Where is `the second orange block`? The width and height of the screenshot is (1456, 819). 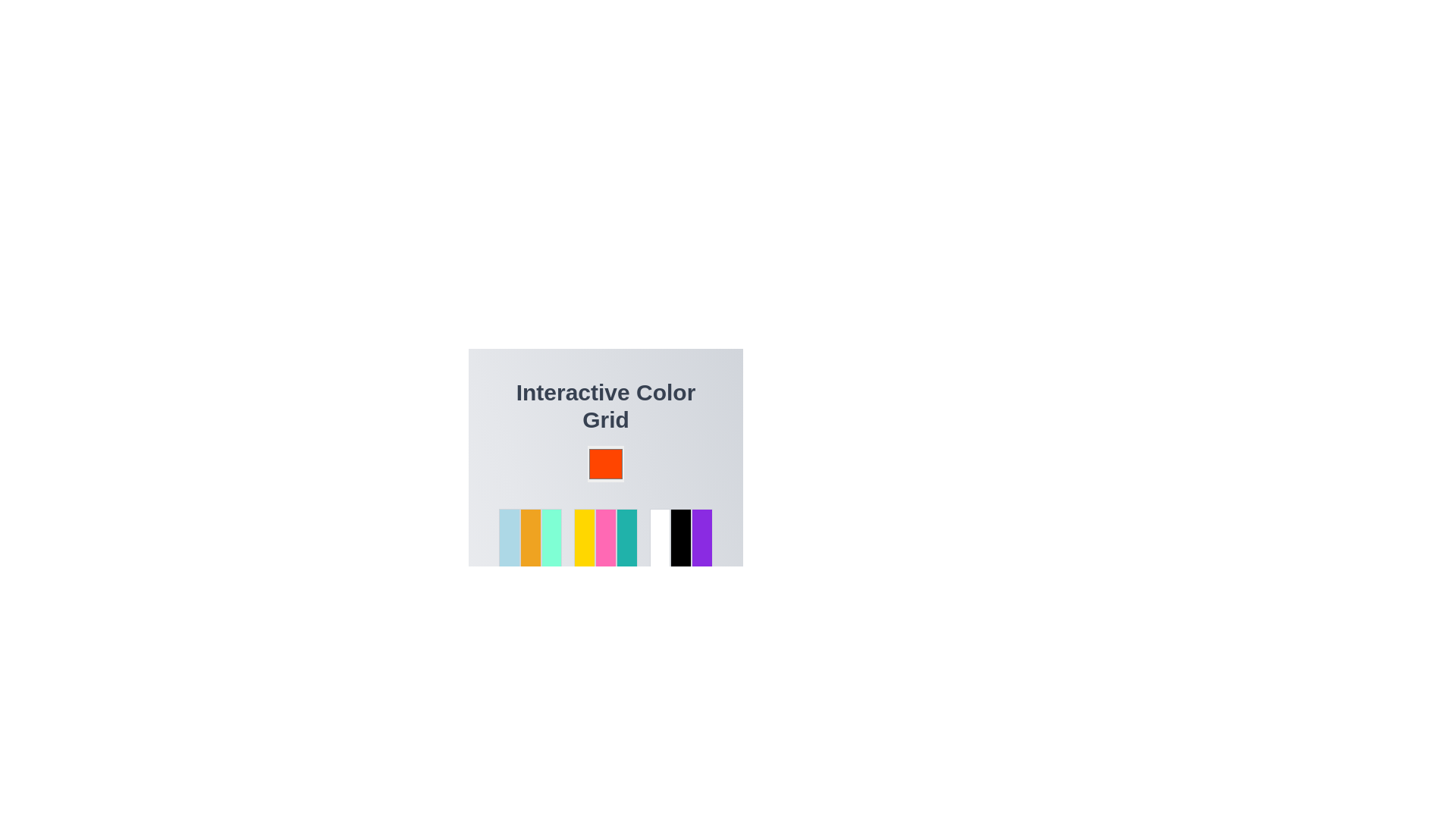 the second orange block is located at coordinates (530, 538).